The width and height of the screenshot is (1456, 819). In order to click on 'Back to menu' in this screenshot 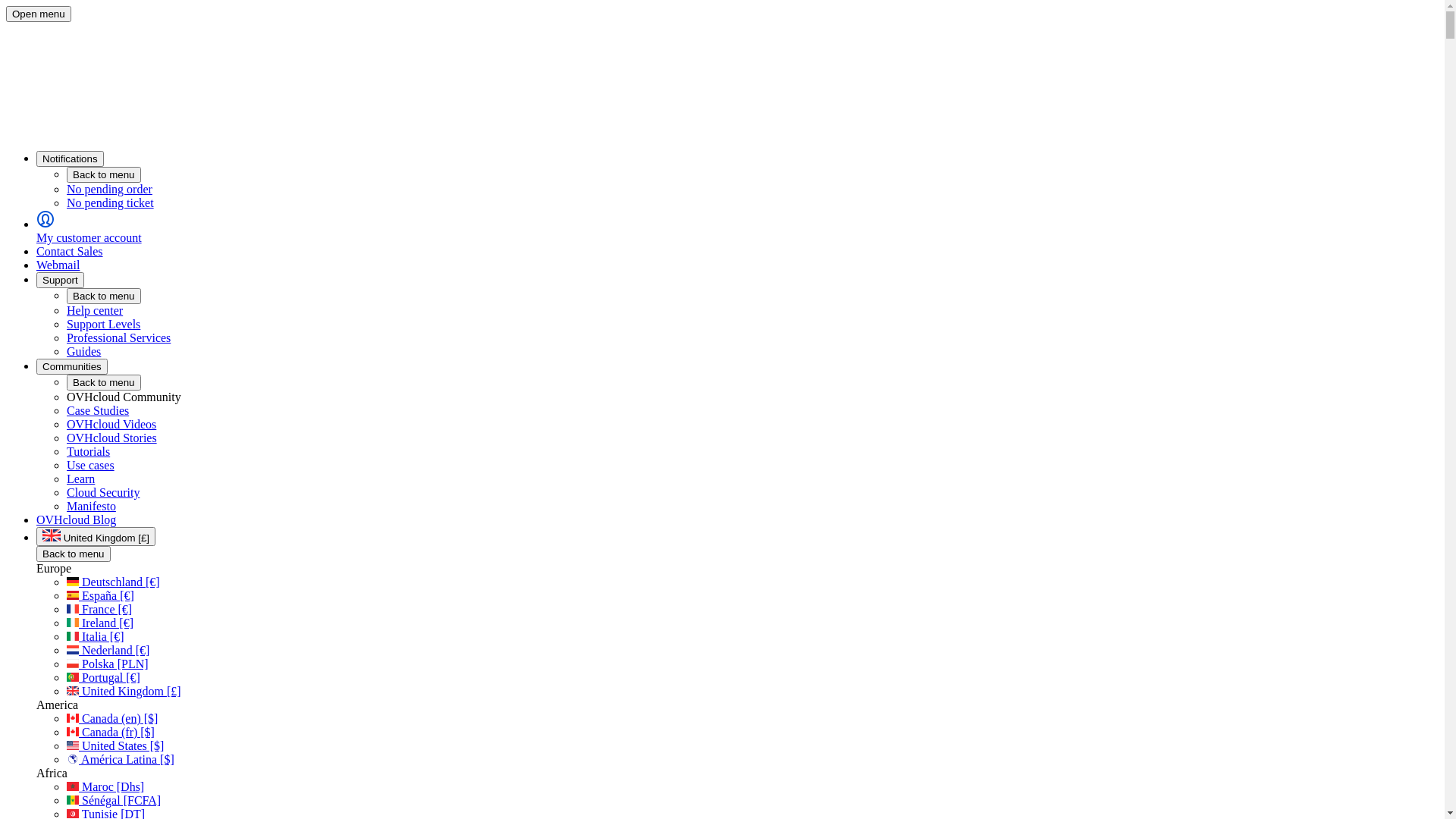, I will do `click(103, 296)`.